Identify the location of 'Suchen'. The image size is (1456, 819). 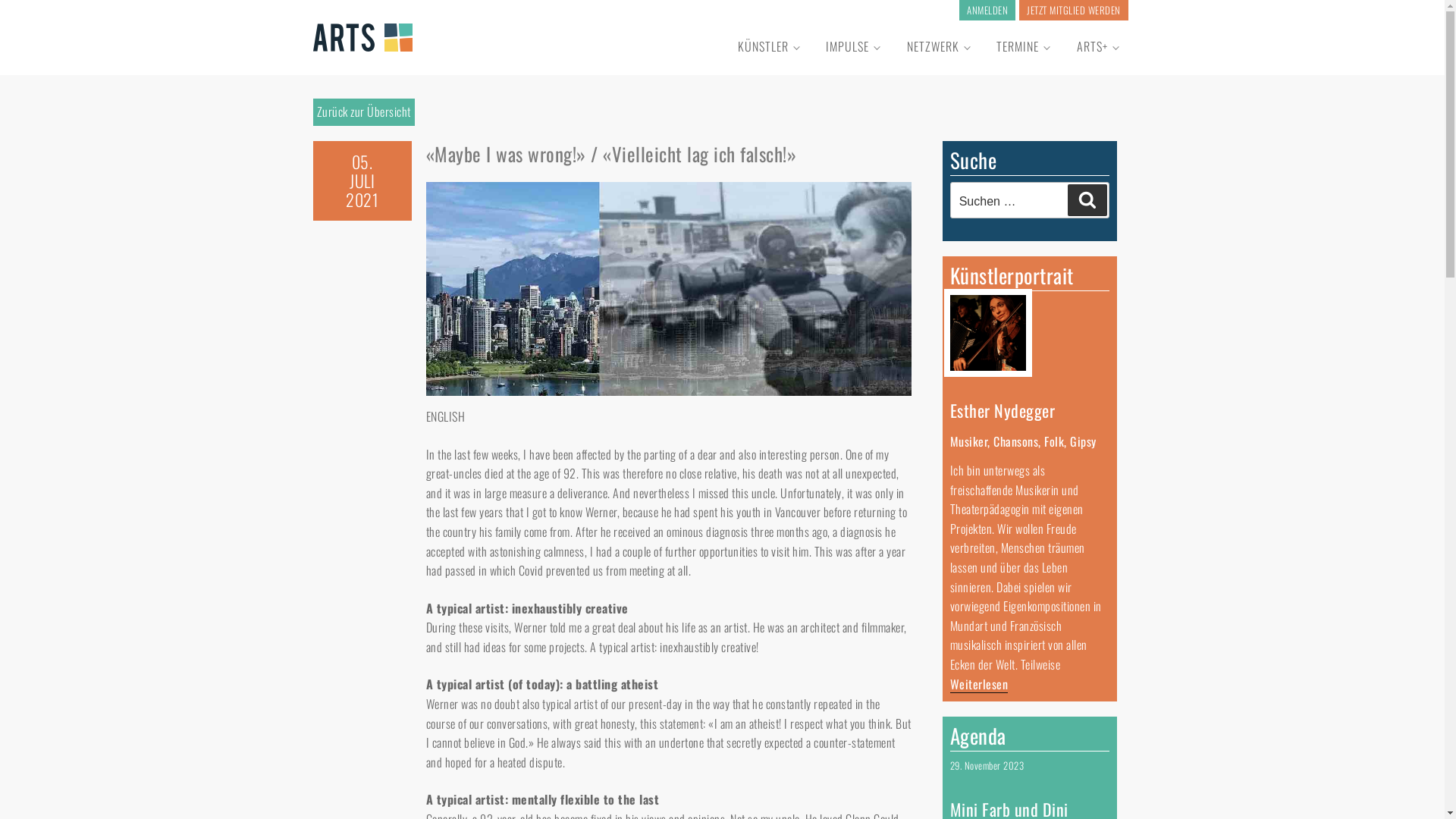
(1087, 199).